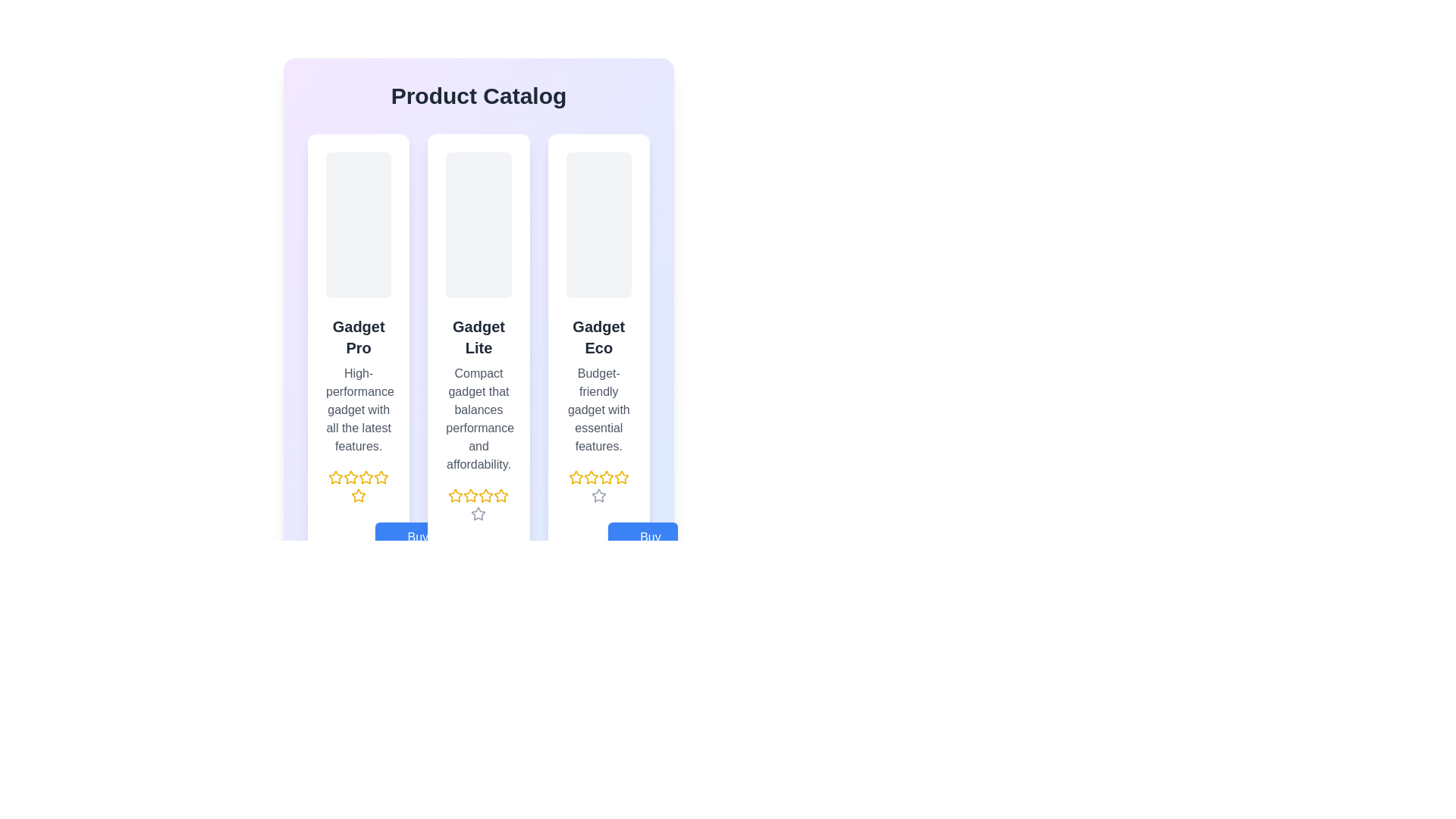  I want to click on the rating indicator with five star icons, where four stars are gold and one is a different shade, to understand the product rating, so click(478, 504).